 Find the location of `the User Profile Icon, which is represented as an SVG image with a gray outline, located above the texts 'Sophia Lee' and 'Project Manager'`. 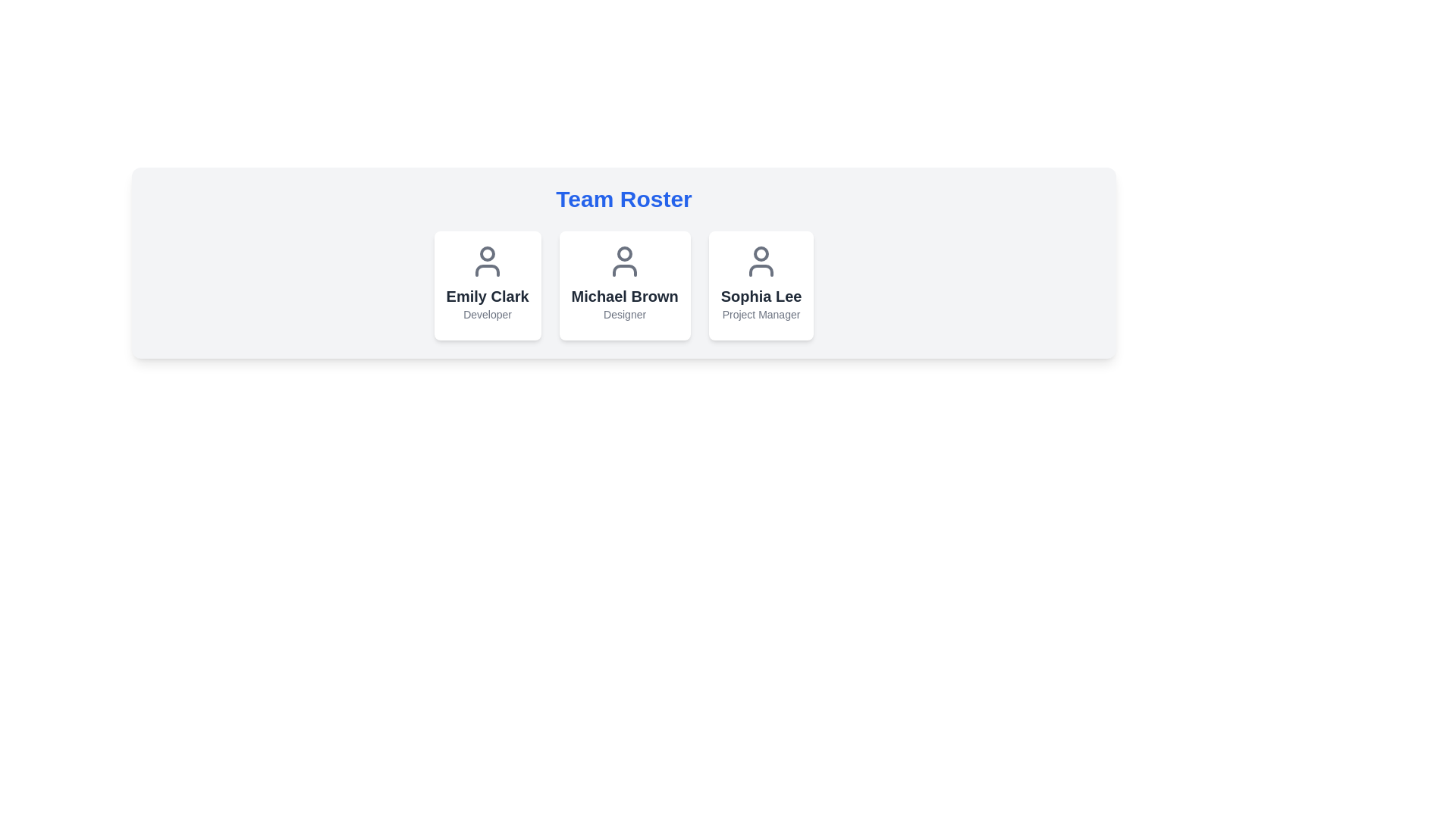

the User Profile Icon, which is represented as an SVG image with a gray outline, located above the texts 'Sophia Lee' and 'Project Manager' is located at coordinates (761, 260).